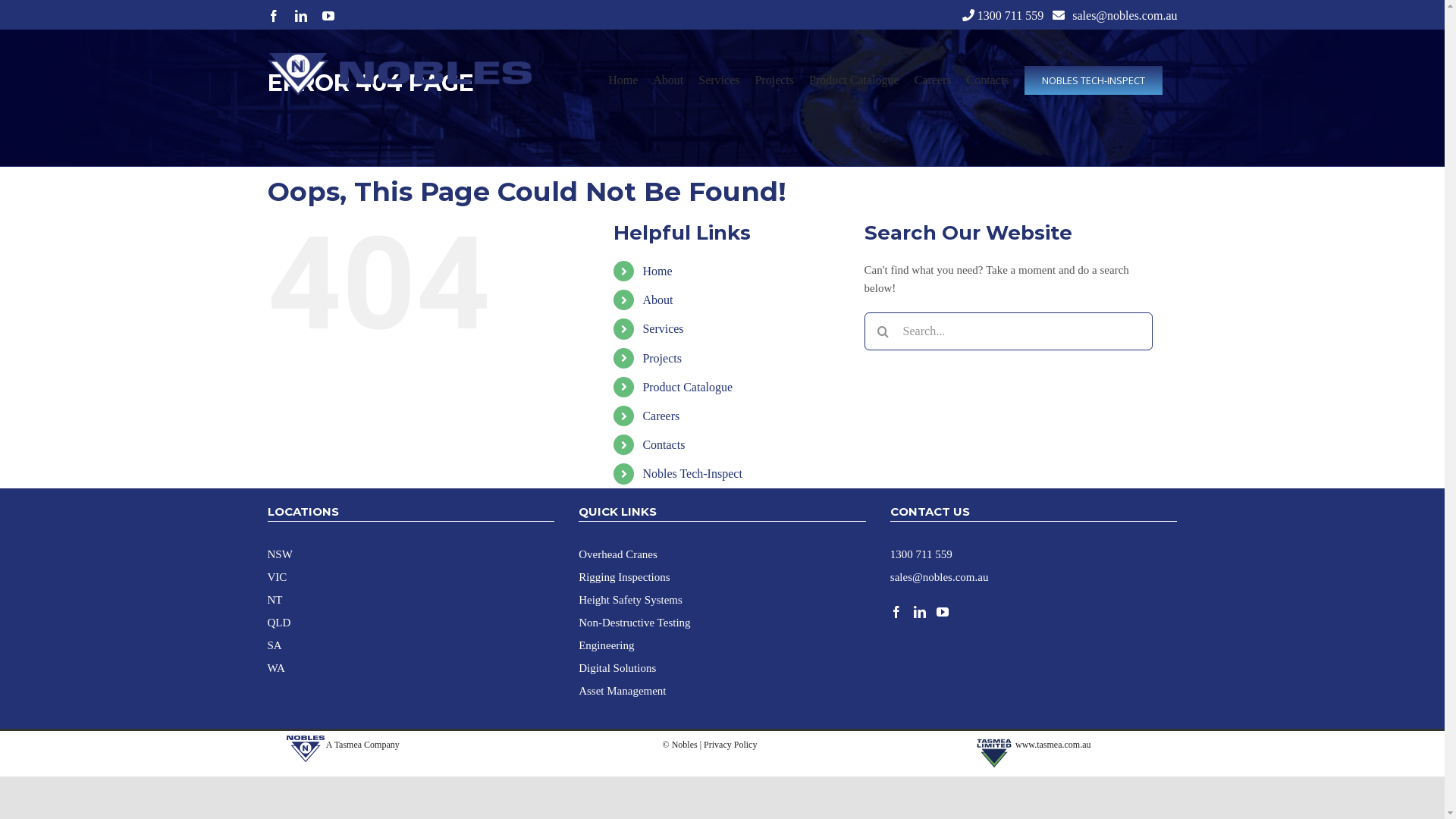  What do you see at coordinates (938, 576) in the screenshot?
I see `'sales@nobles.com.au'` at bounding box center [938, 576].